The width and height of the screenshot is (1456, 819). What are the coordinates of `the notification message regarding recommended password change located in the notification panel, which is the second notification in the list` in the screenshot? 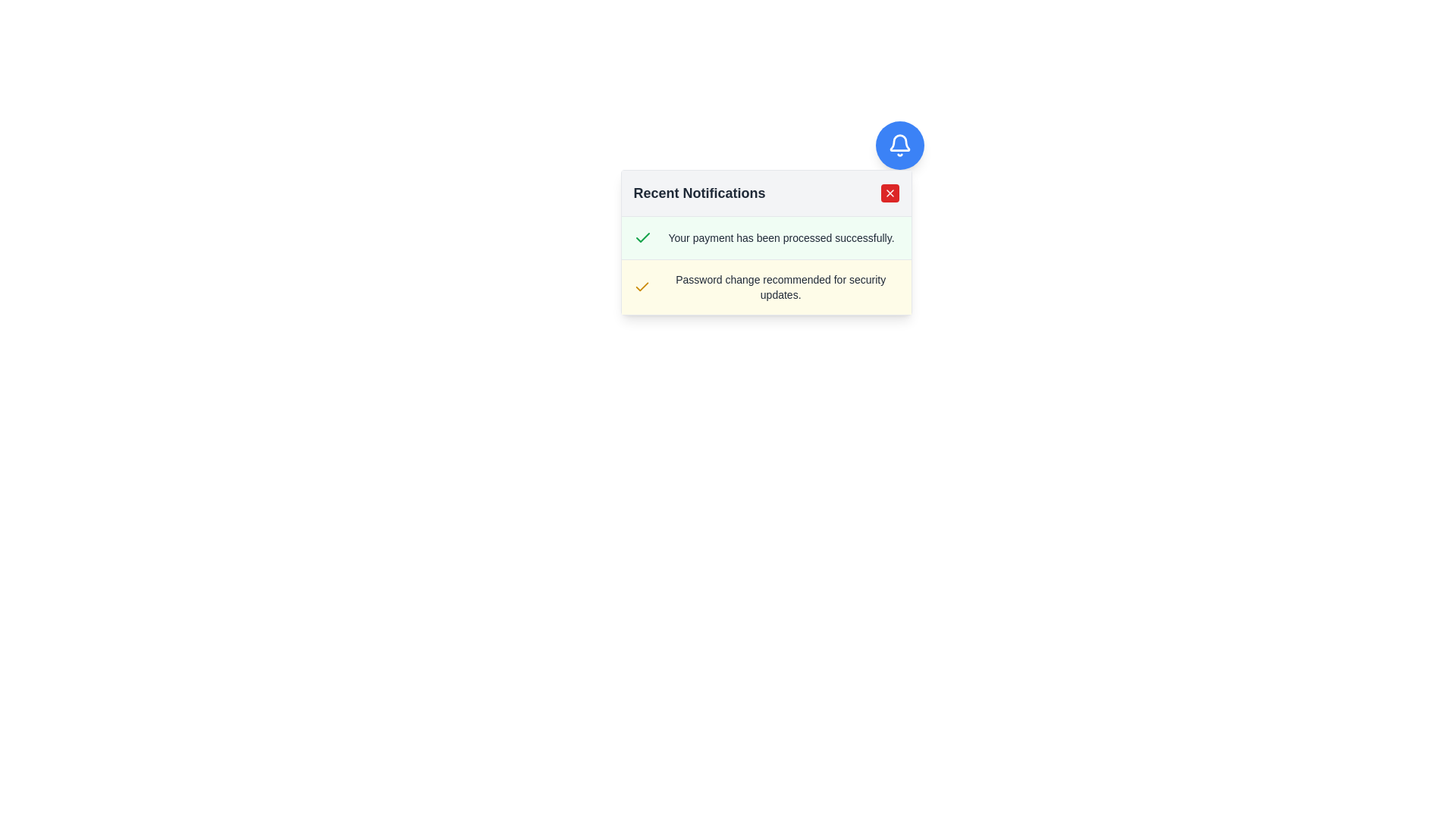 It's located at (766, 287).